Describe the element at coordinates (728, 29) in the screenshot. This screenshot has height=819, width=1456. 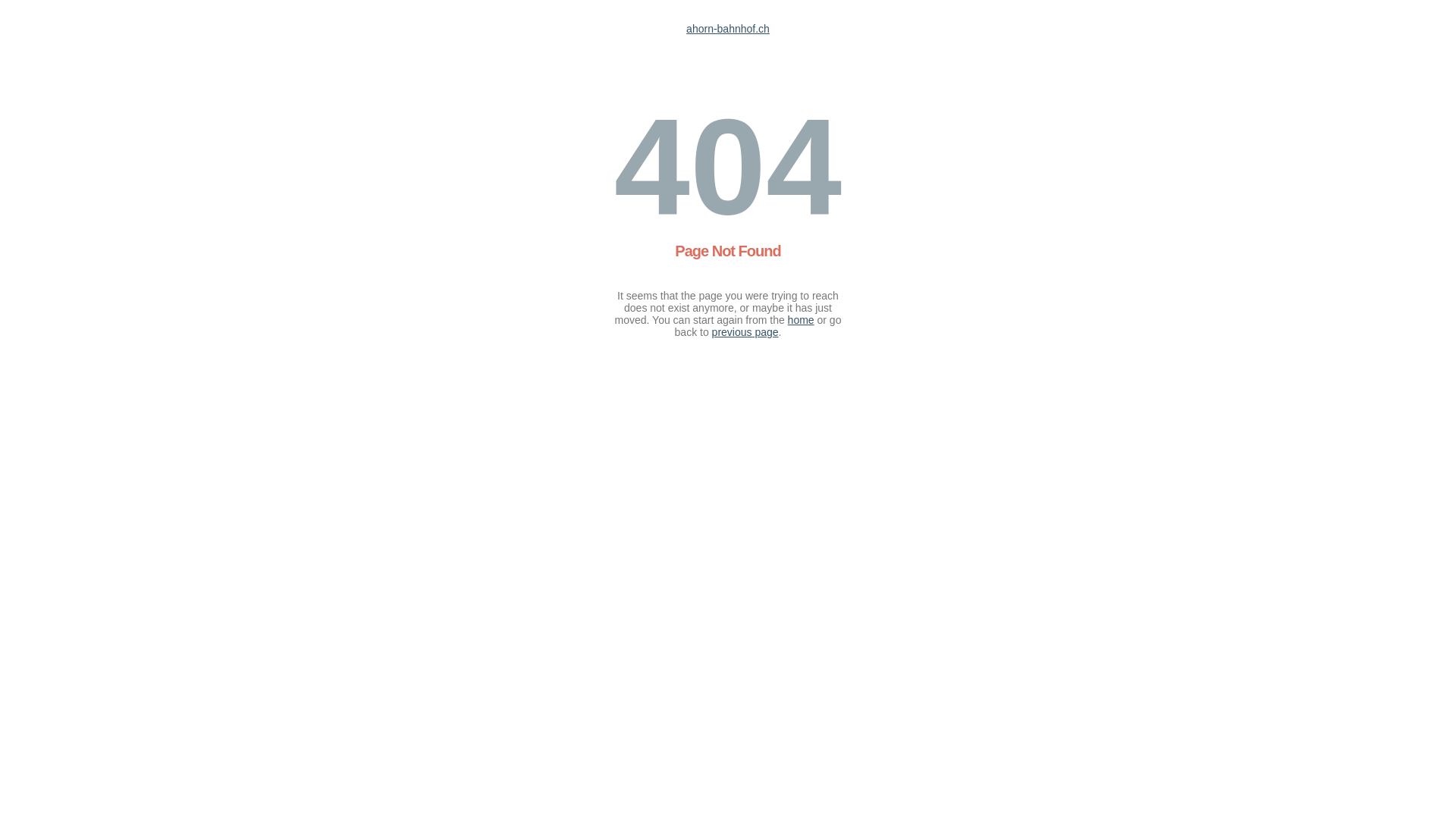
I see `'ahorn-bahnhof.ch'` at that location.